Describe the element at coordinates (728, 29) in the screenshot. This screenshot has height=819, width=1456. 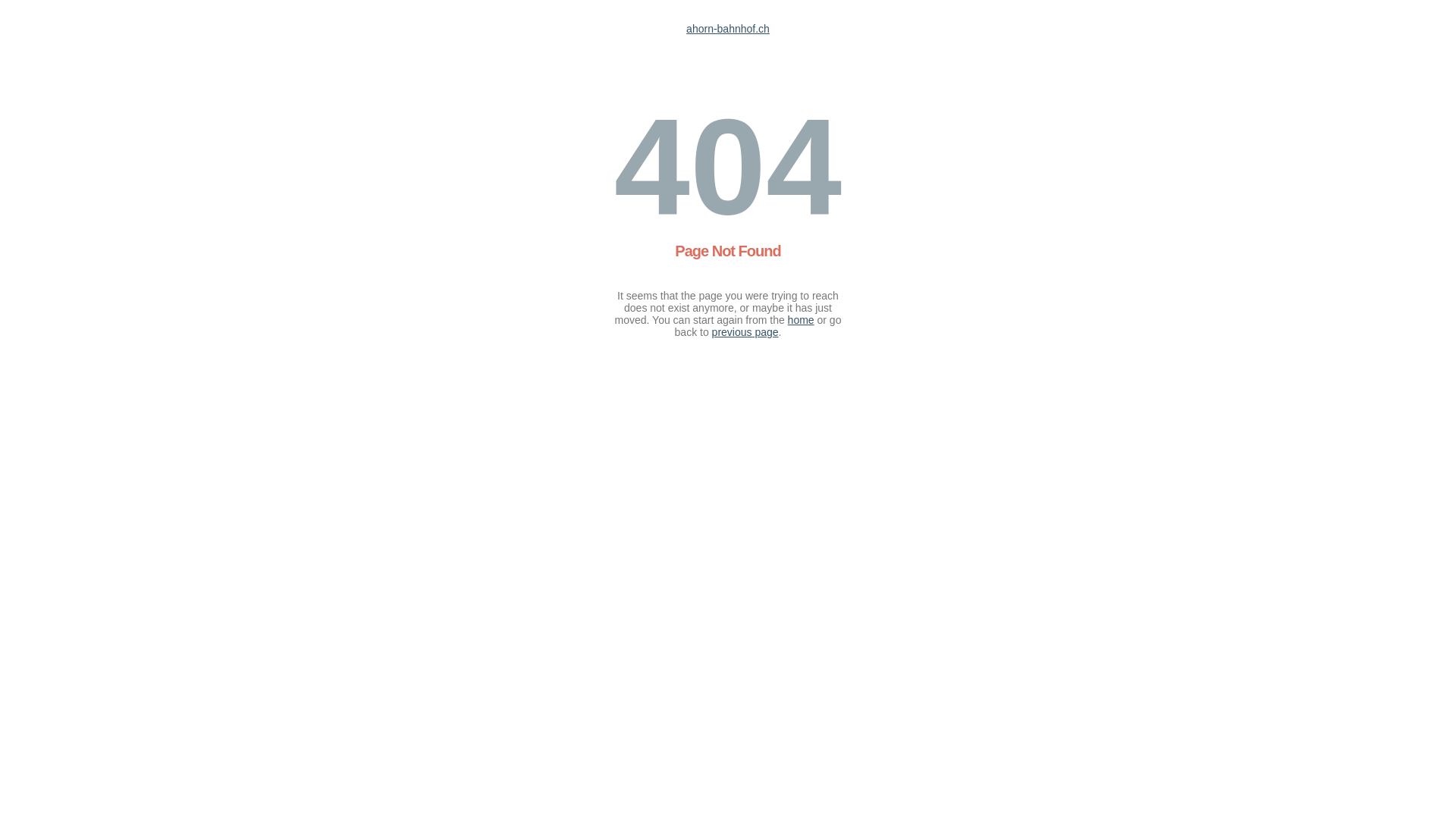
I see `'ahorn-bahnhof.ch'` at that location.